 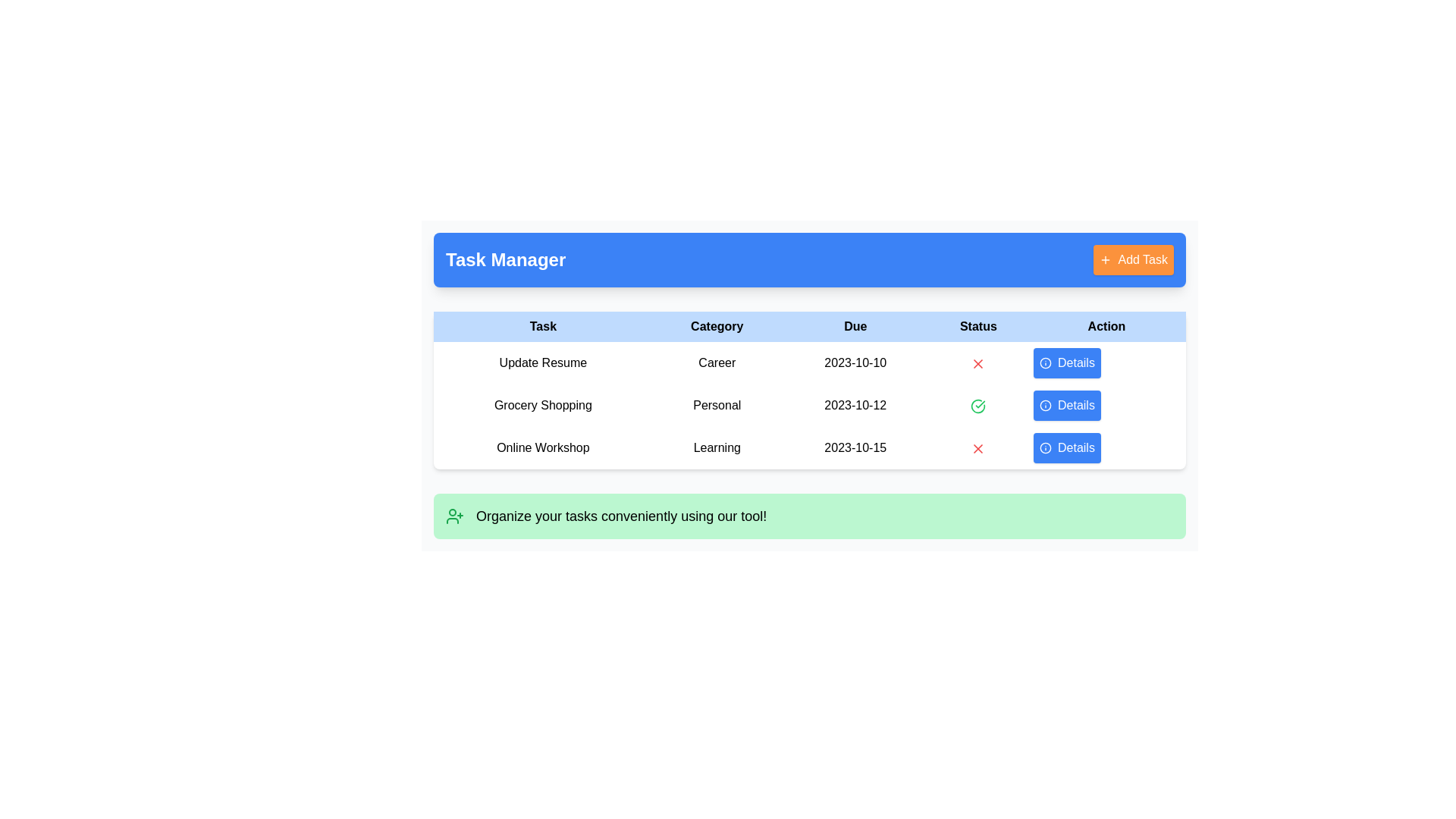 What do you see at coordinates (543, 326) in the screenshot?
I see `the 'Task' column header text label, which is the first item in a row of headers located in the top-left of the table section` at bounding box center [543, 326].